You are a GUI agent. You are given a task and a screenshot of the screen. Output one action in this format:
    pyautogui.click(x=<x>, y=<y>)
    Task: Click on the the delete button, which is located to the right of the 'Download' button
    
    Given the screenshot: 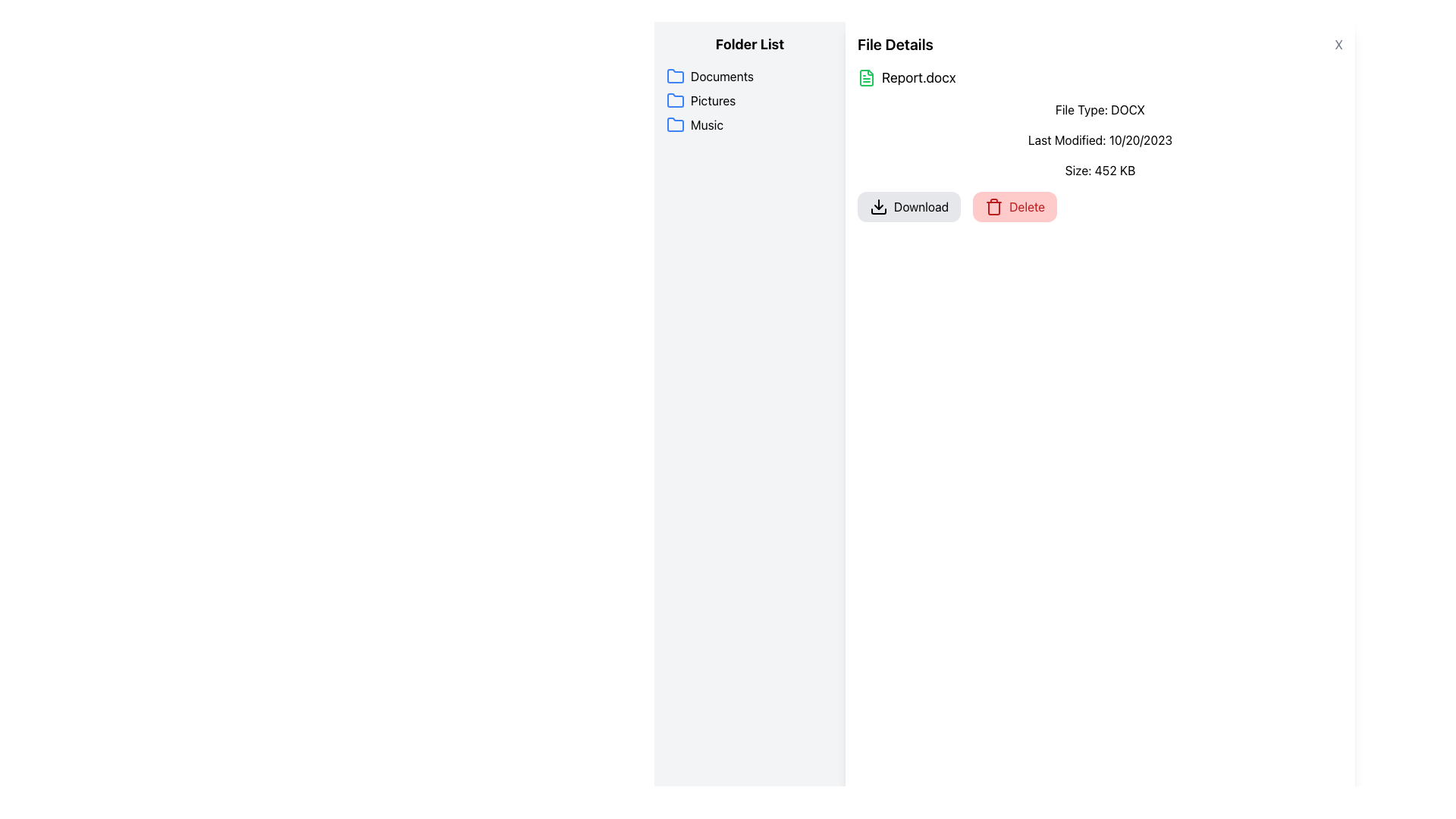 What is the action you would take?
    pyautogui.click(x=1015, y=207)
    